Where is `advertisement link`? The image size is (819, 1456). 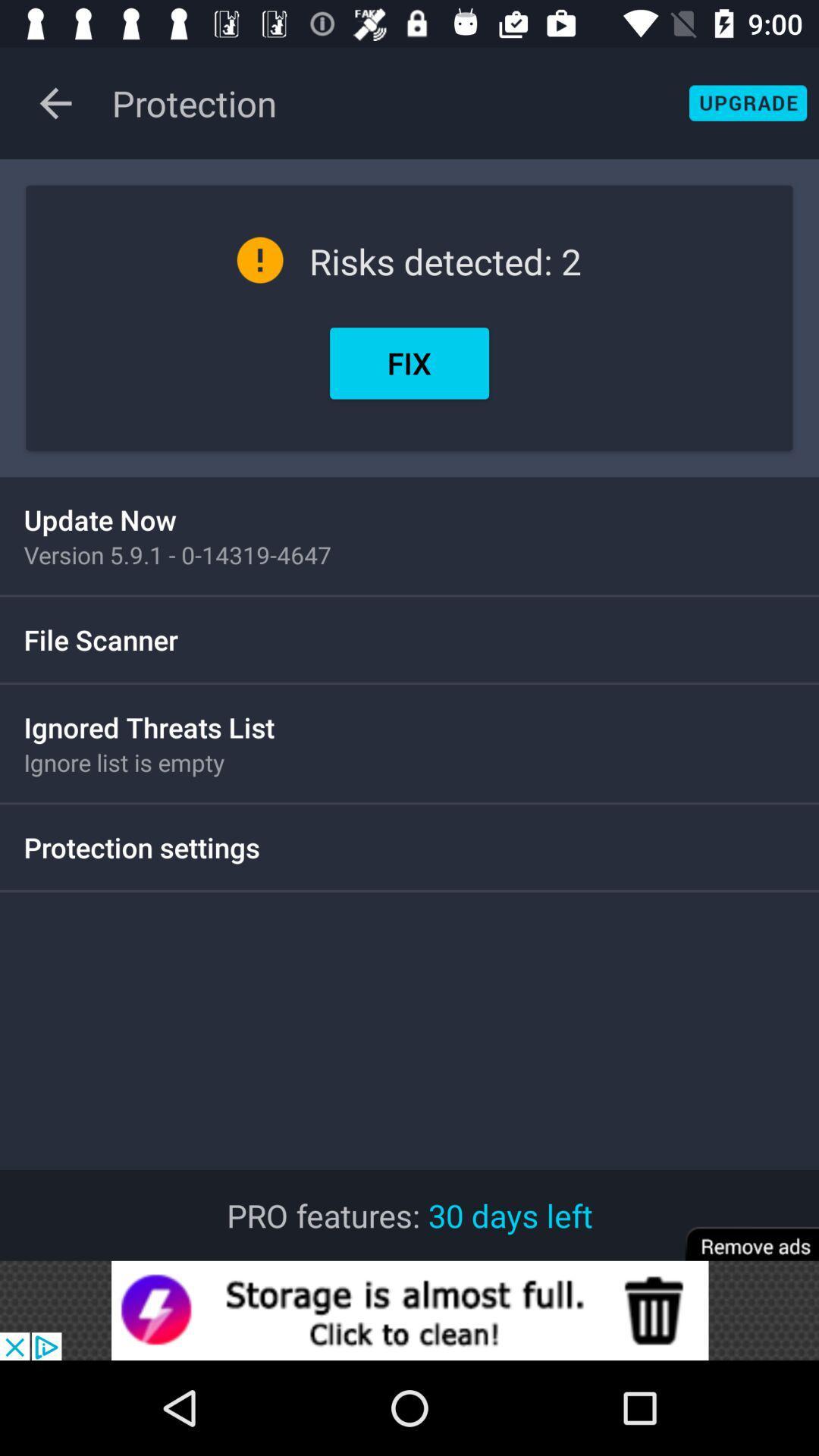
advertisement link is located at coordinates (409, 1310).